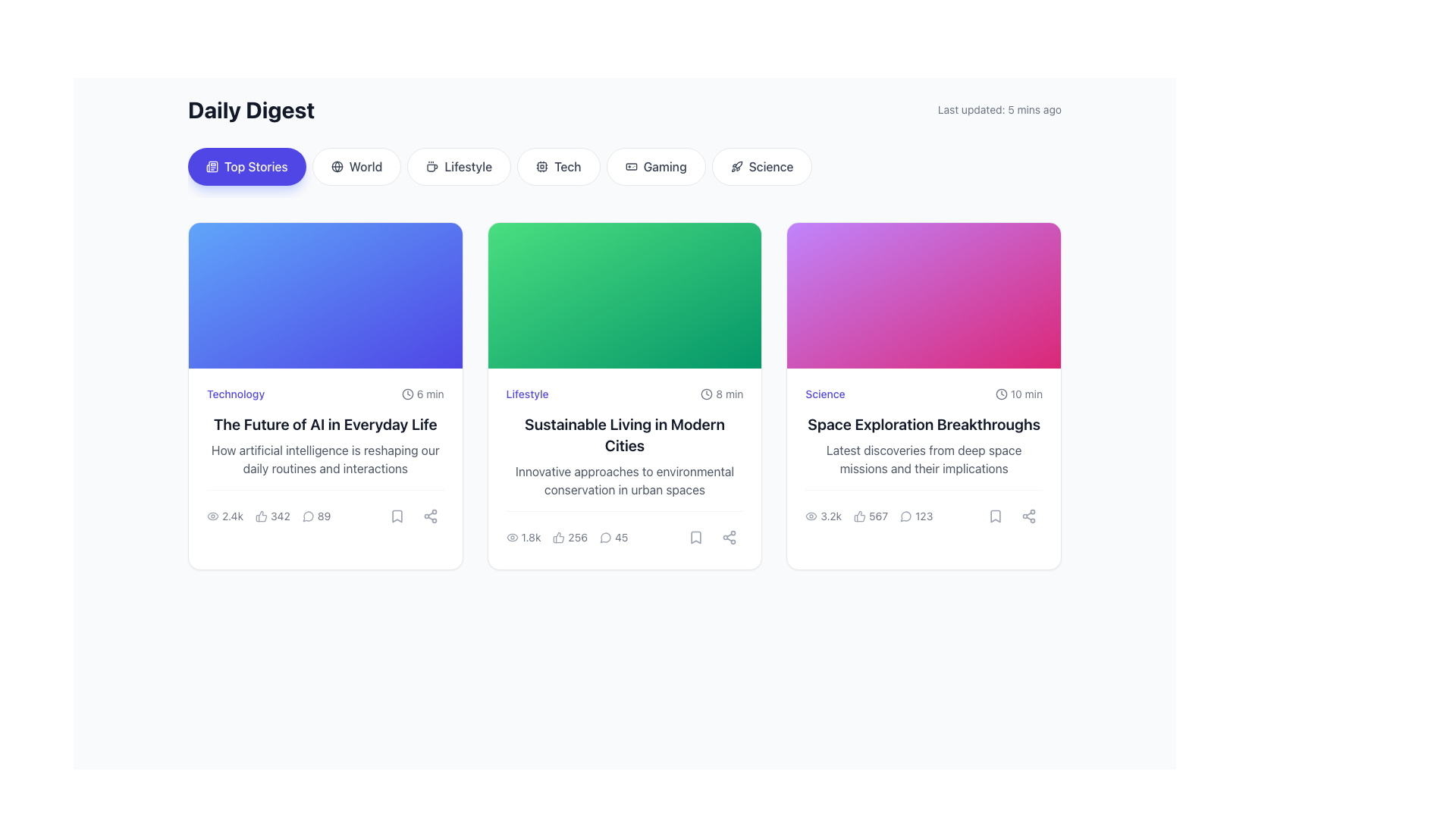  What do you see at coordinates (527, 394) in the screenshot?
I see `the text label displaying the category or genre of the article titled 'Sustainable Living in Modern Cities', located at the top left corner of the green article card` at bounding box center [527, 394].